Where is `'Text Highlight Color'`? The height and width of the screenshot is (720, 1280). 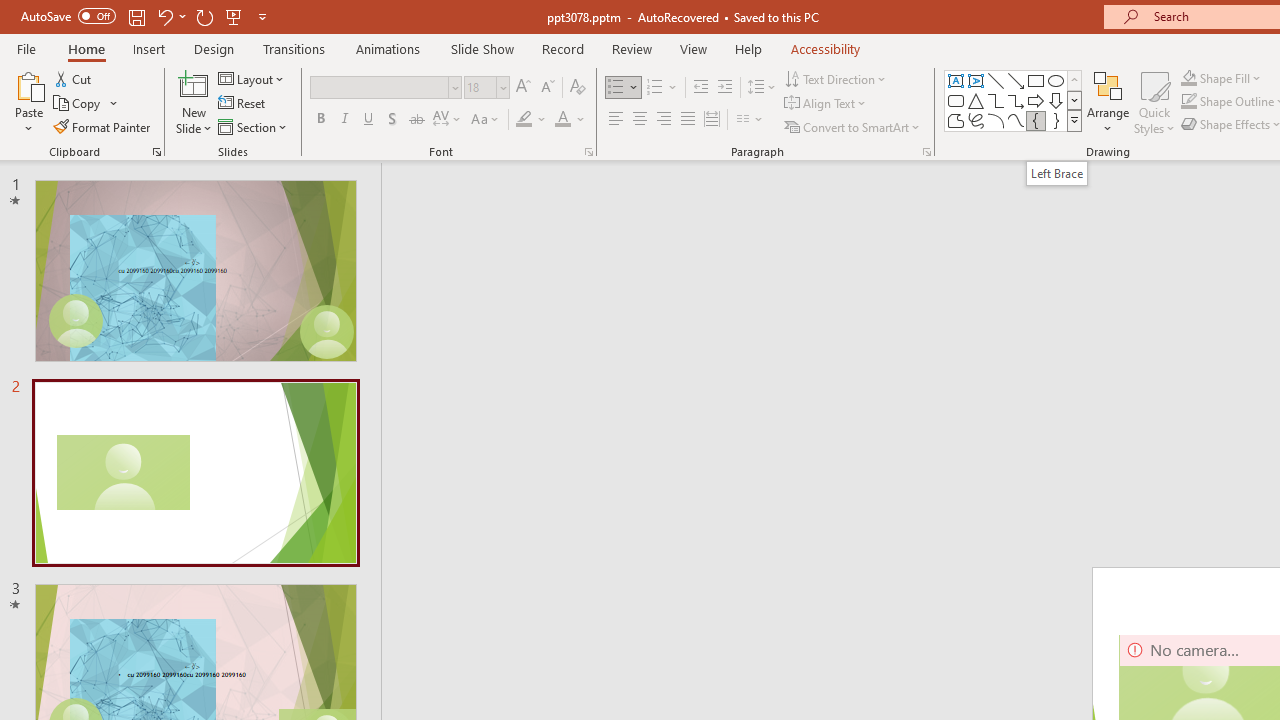 'Text Highlight Color' is located at coordinates (531, 119).